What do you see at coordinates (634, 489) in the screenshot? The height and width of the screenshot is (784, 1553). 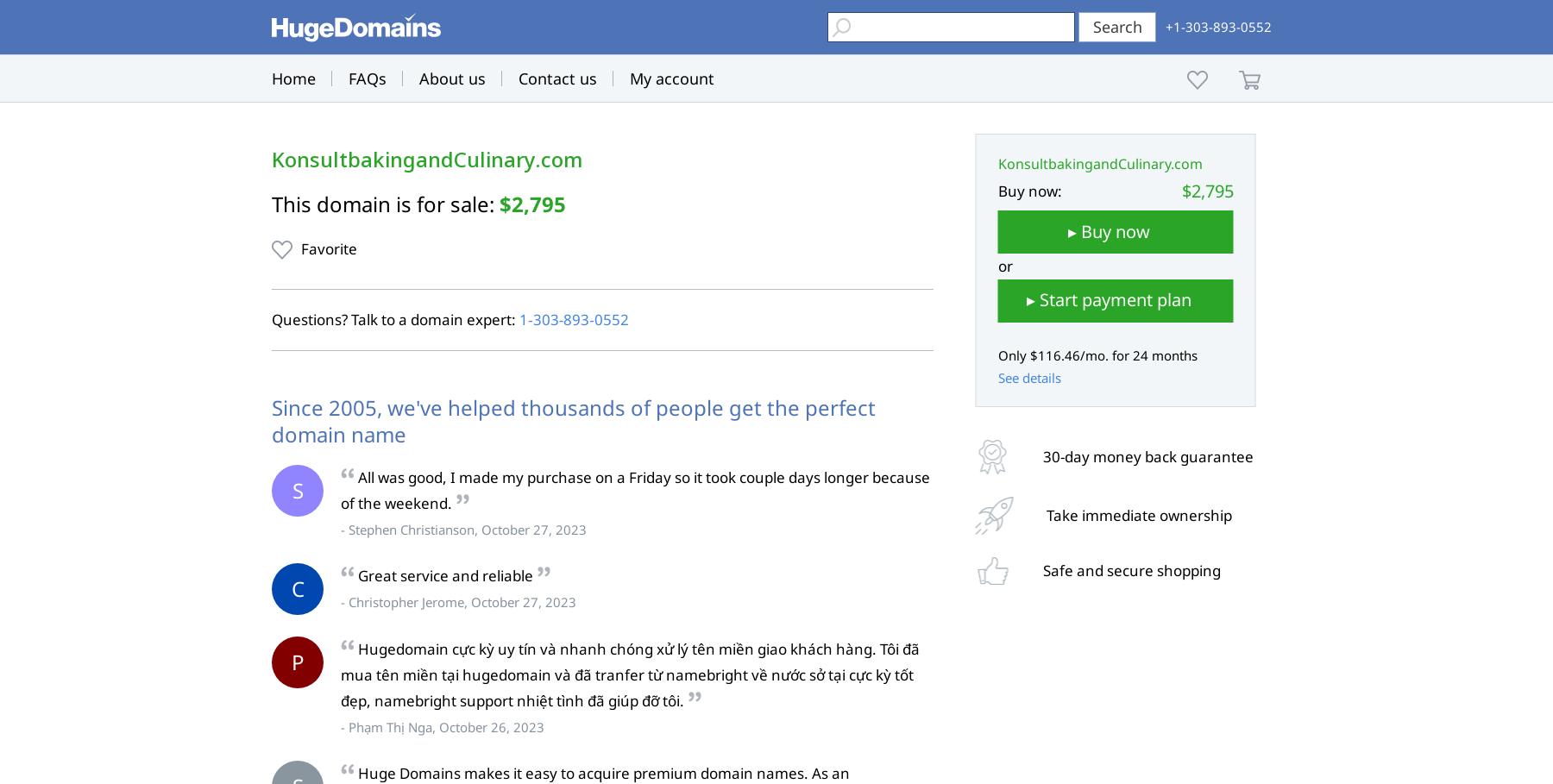 I see `'All was good, I made my purchase on a Friday so it took couple days longer because of the weekend.'` at bounding box center [634, 489].